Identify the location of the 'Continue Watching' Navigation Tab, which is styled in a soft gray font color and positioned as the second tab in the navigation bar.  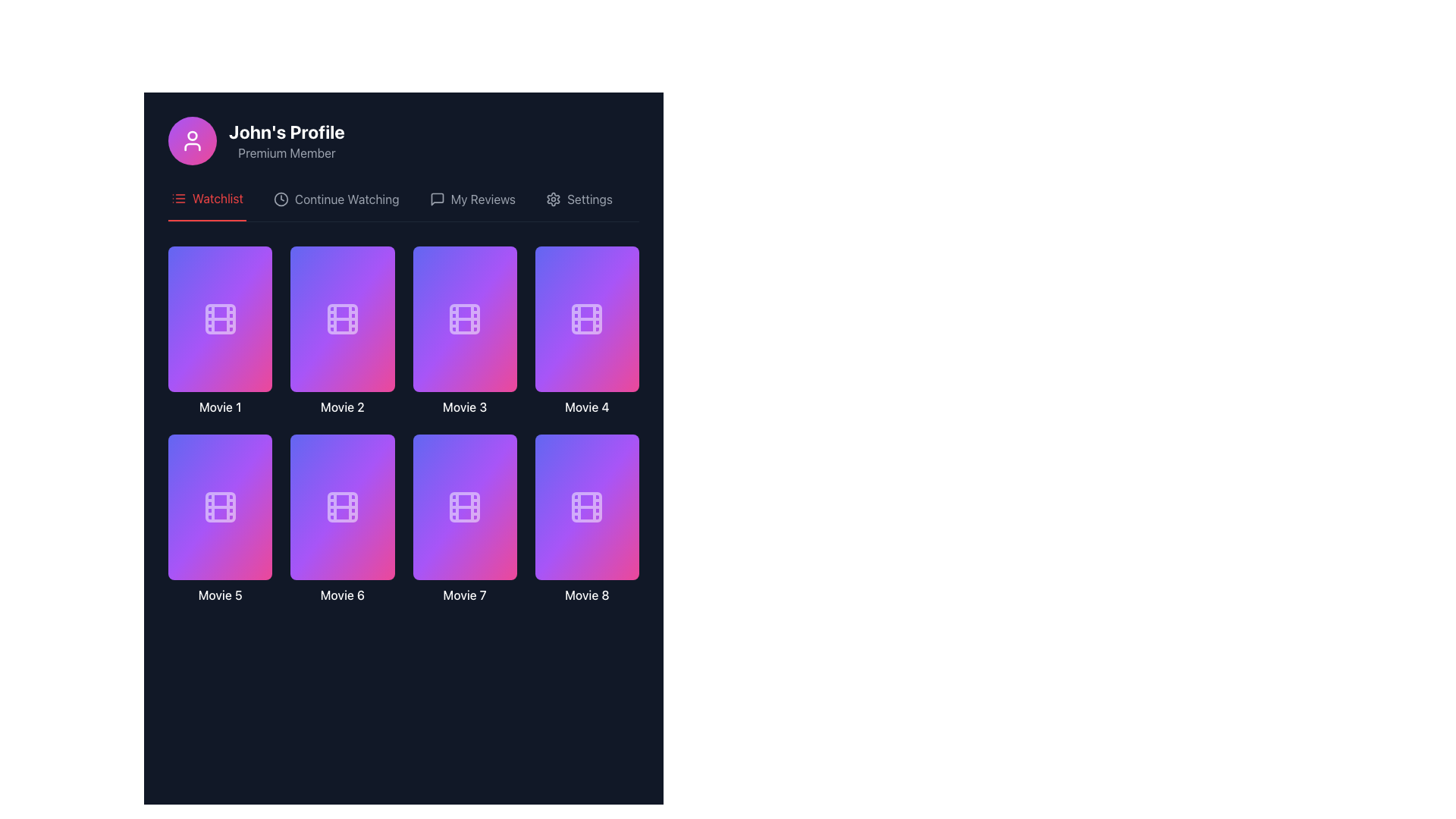
(335, 205).